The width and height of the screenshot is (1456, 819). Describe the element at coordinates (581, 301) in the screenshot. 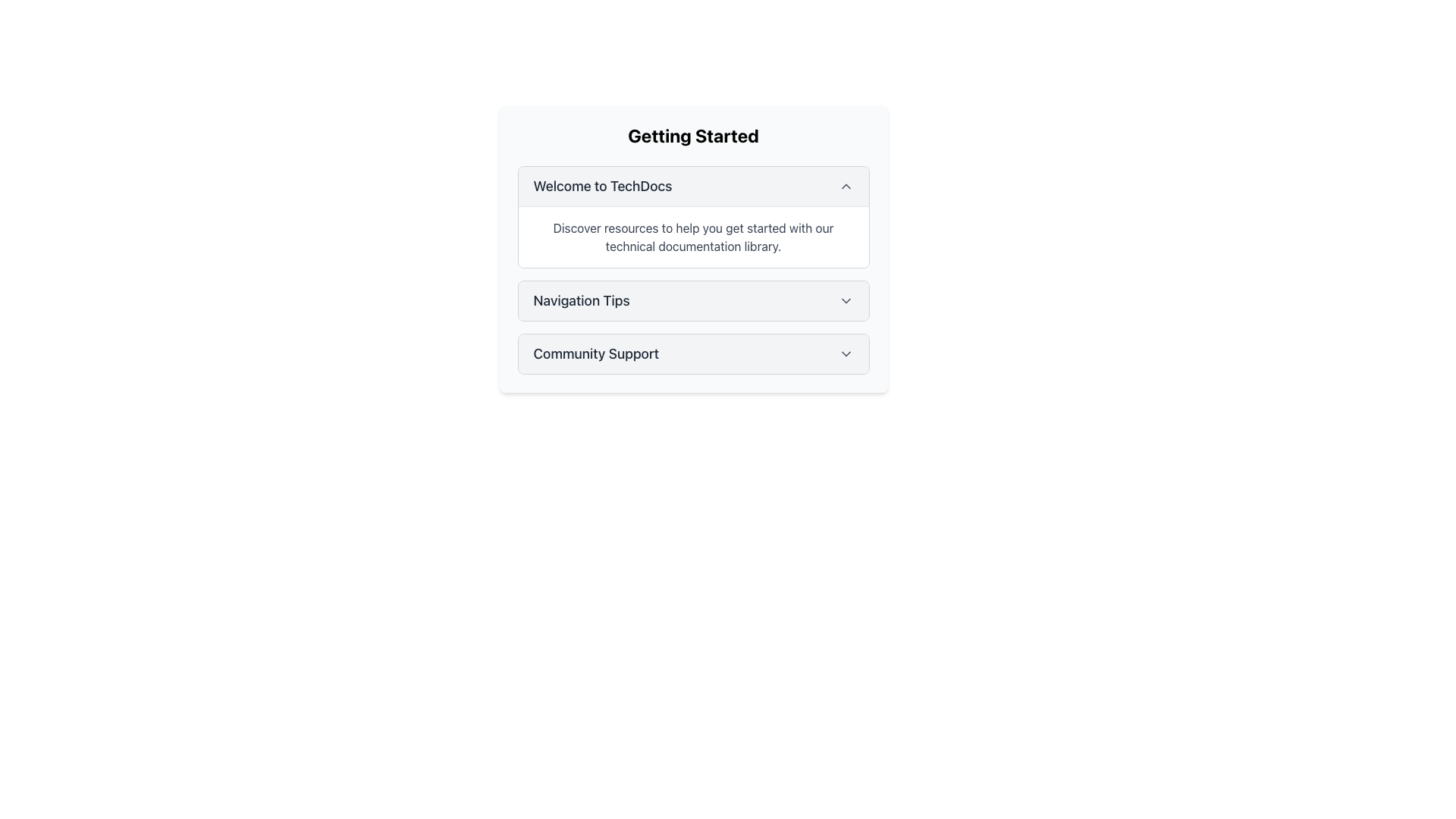

I see `the Text Label that indicates 'Navigation Tips', which is positioned centrally in the interface beneath 'Getting Started' and above 'Community Support'` at that location.